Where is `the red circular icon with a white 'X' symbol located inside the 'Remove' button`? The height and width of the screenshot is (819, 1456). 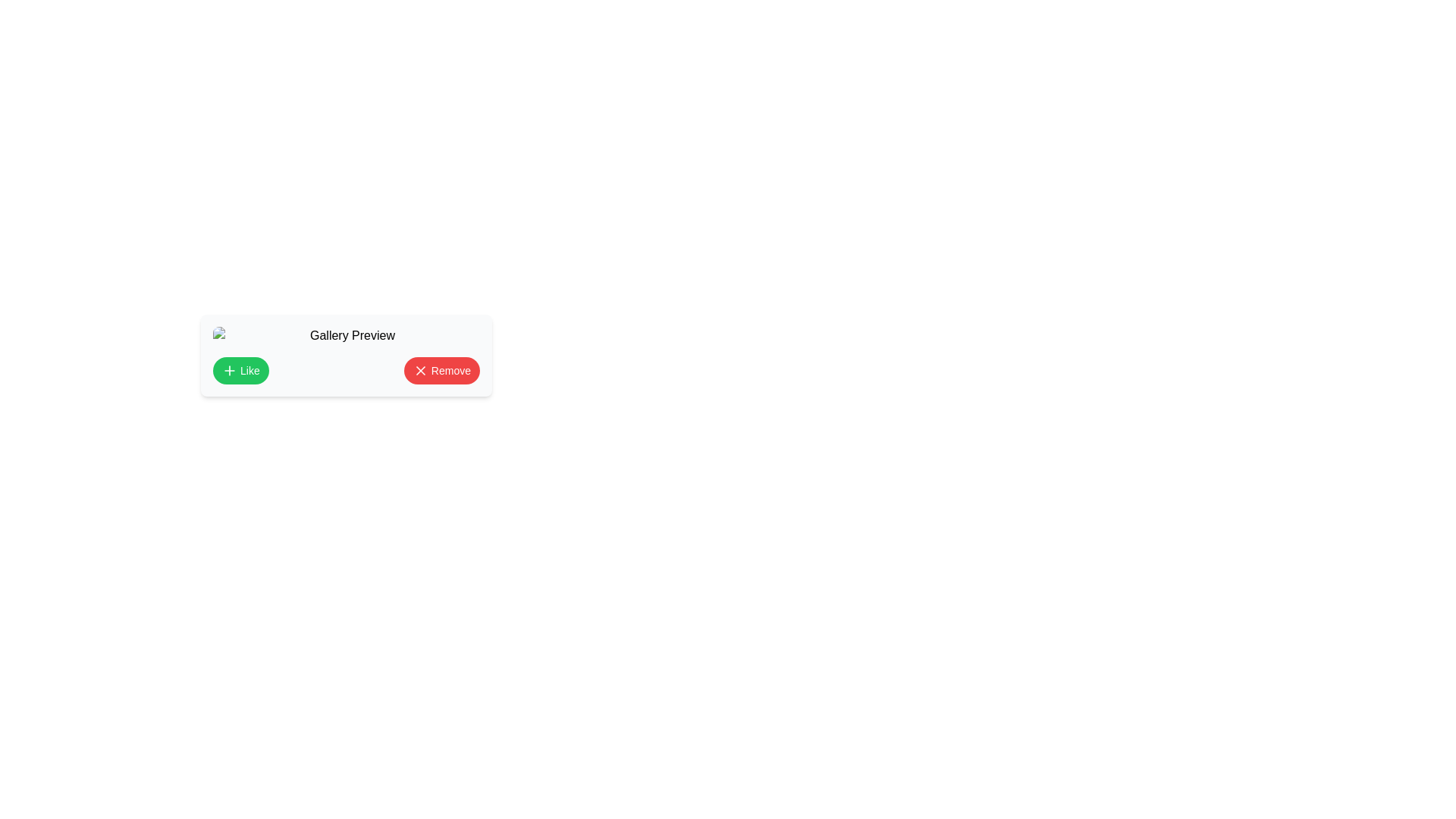 the red circular icon with a white 'X' symbol located inside the 'Remove' button is located at coordinates (420, 371).